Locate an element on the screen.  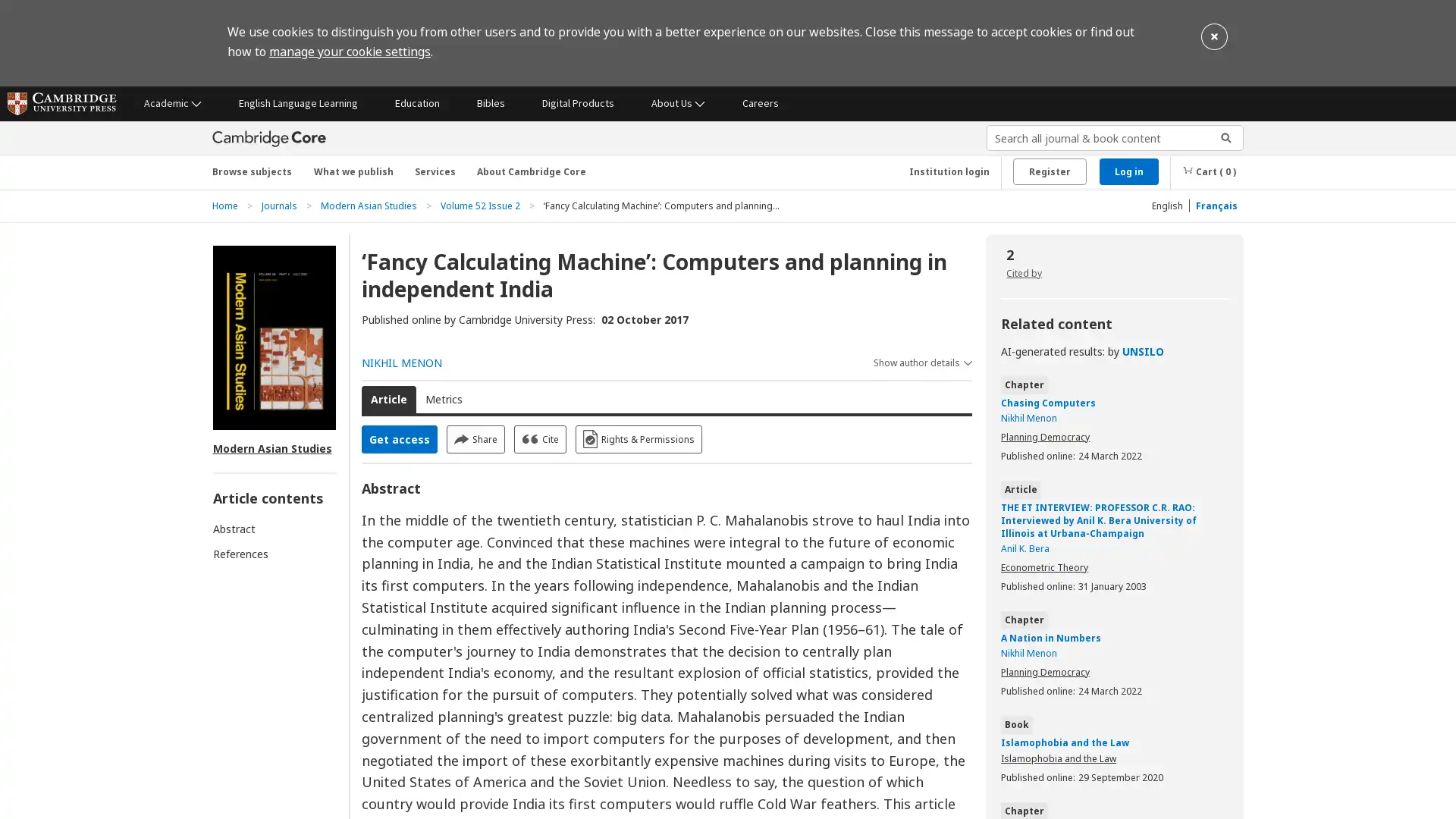
Share is located at coordinates (474, 438).